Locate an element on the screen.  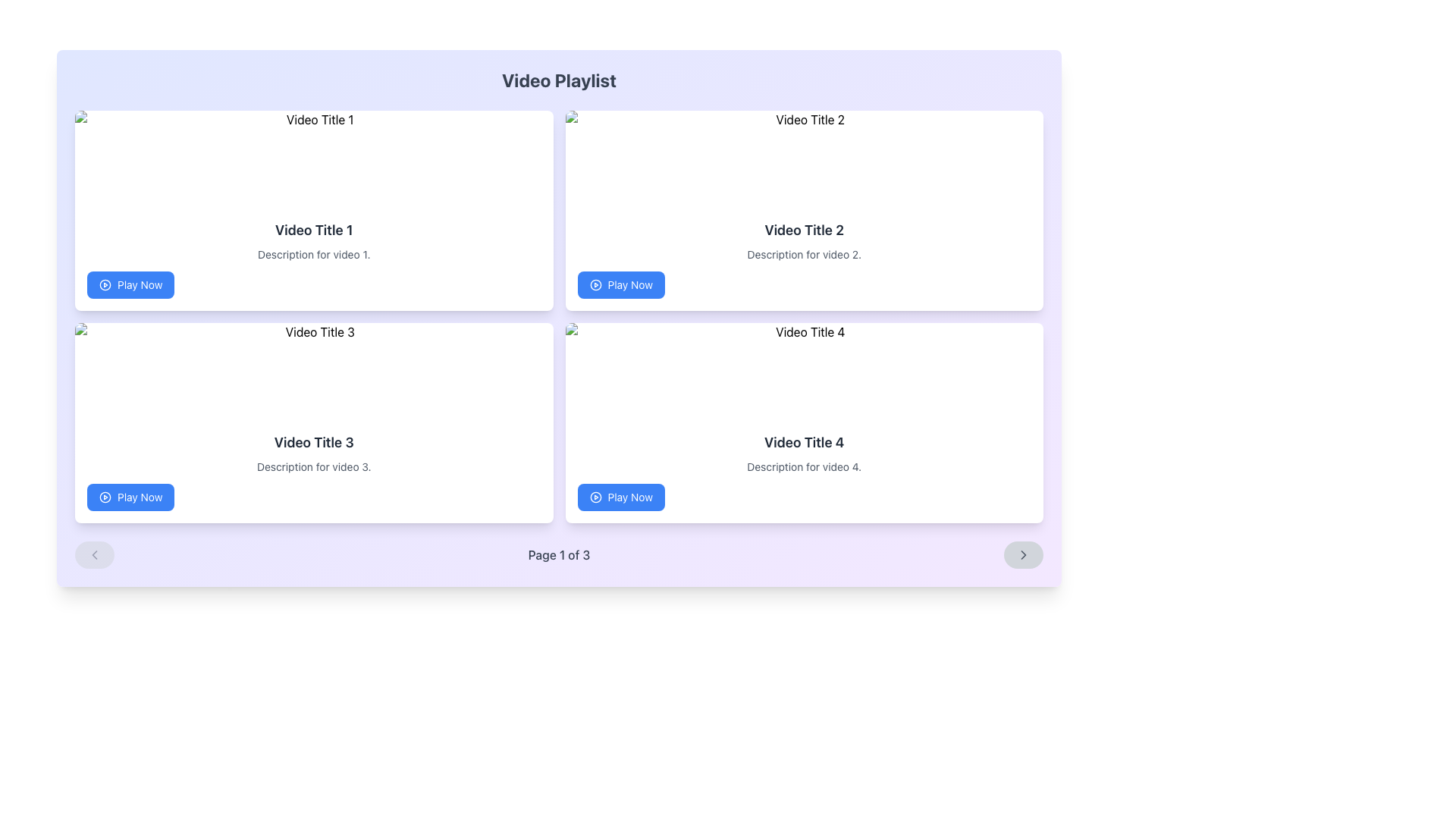
the small rounded rectangular navigation button with a gray background and right-chevron icon, located at the far right of the pagination controls, to provide visual feedback is located at coordinates (1023, 555).